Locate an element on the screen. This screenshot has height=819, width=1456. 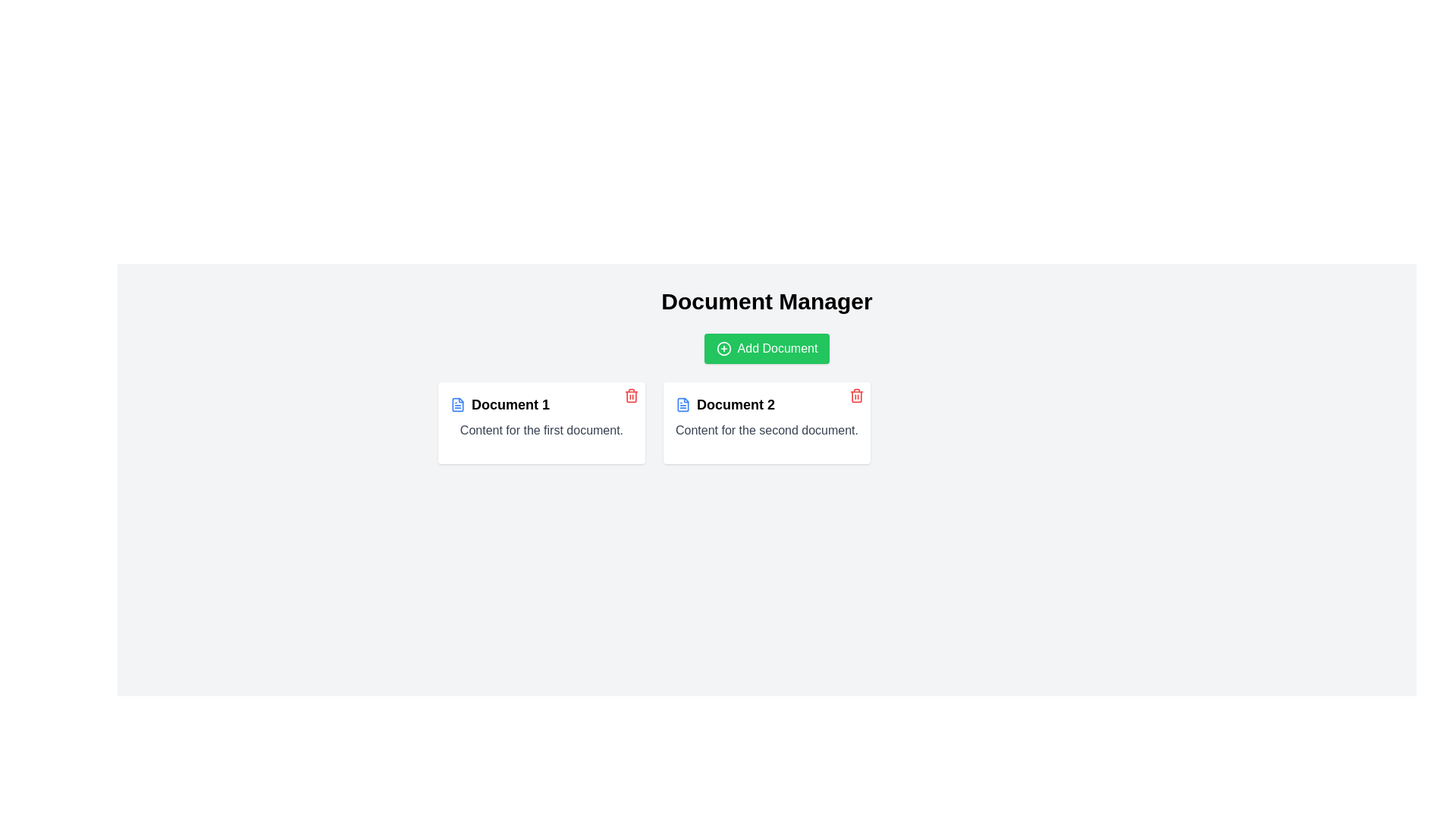
the decorative Icon component that visually represents a document or file, located to the left of the 'Document 1' text label in the Document Manager card is located at coordinates (682, 403).